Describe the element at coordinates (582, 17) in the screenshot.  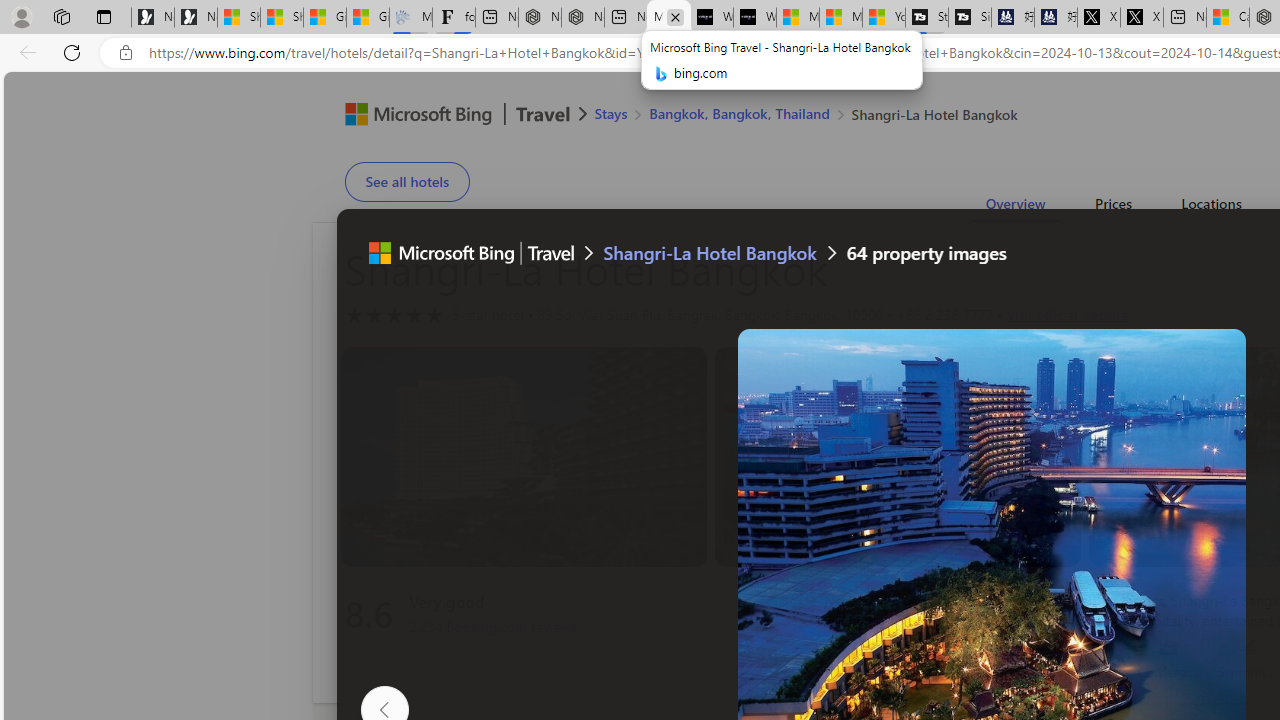
I see `'Nordace - #1 Japanese Best-Seller - Siena Smart Backpack'` at that location.